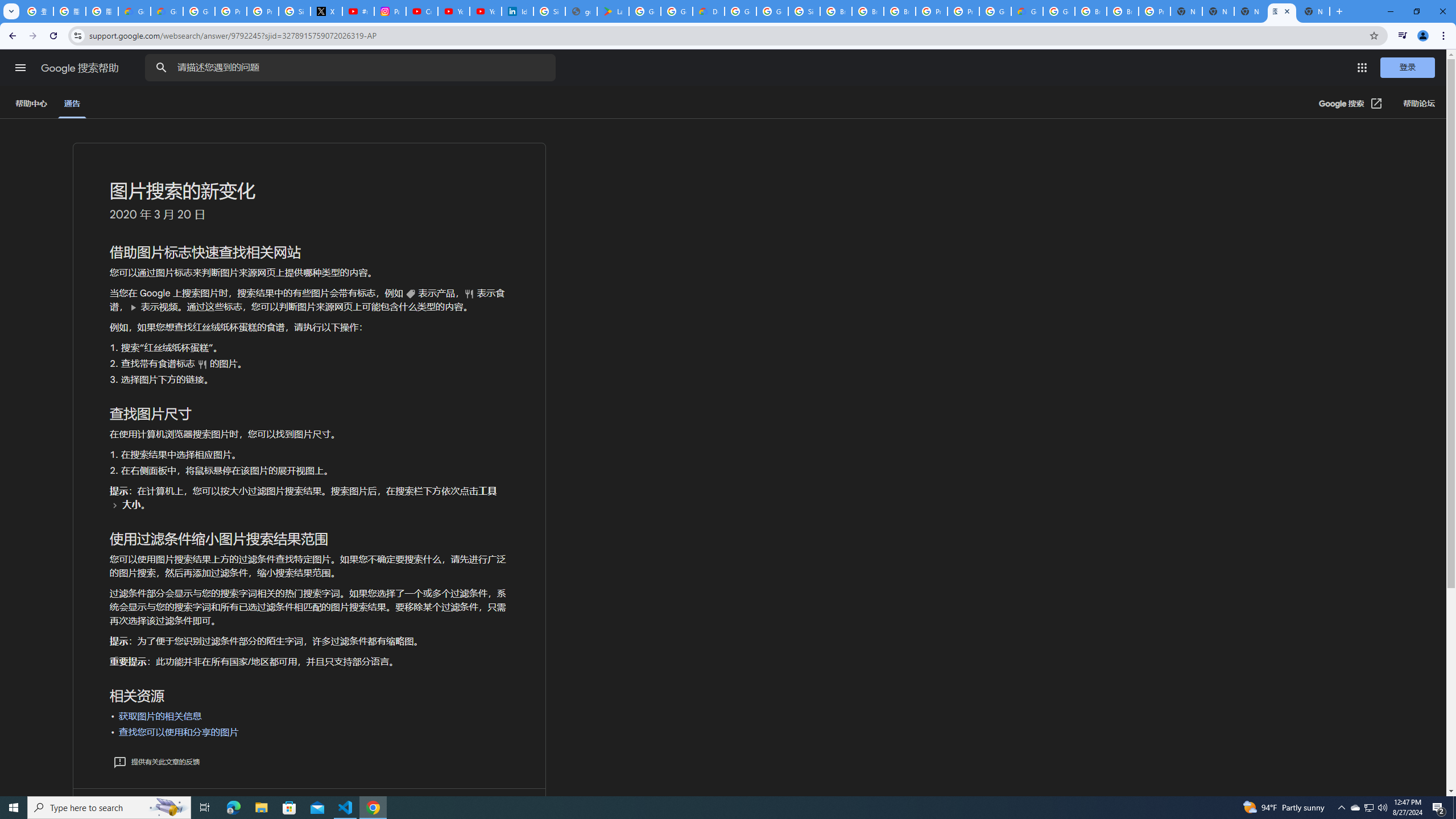 The image size is (1456, 819). What do you see at coordinates (262, 11) in the screenshot?
I see `'Privacy Help Center - Policies Help'` at bounding box center [262, 11].